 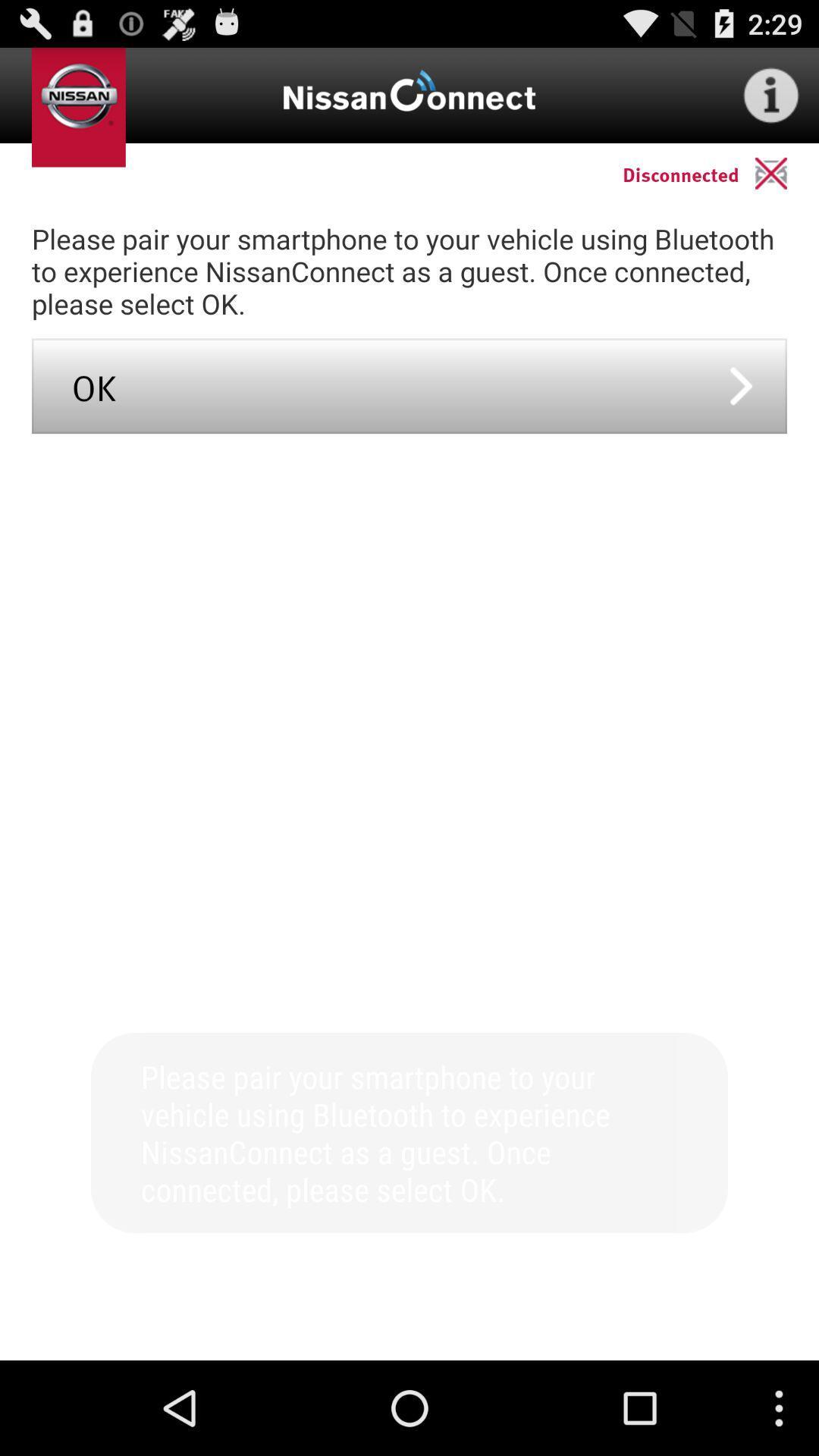 What do you see at coordinates (786, 173) in the screenshot?
I see `icon next to disconnected item` at bounding box center [786, 173].